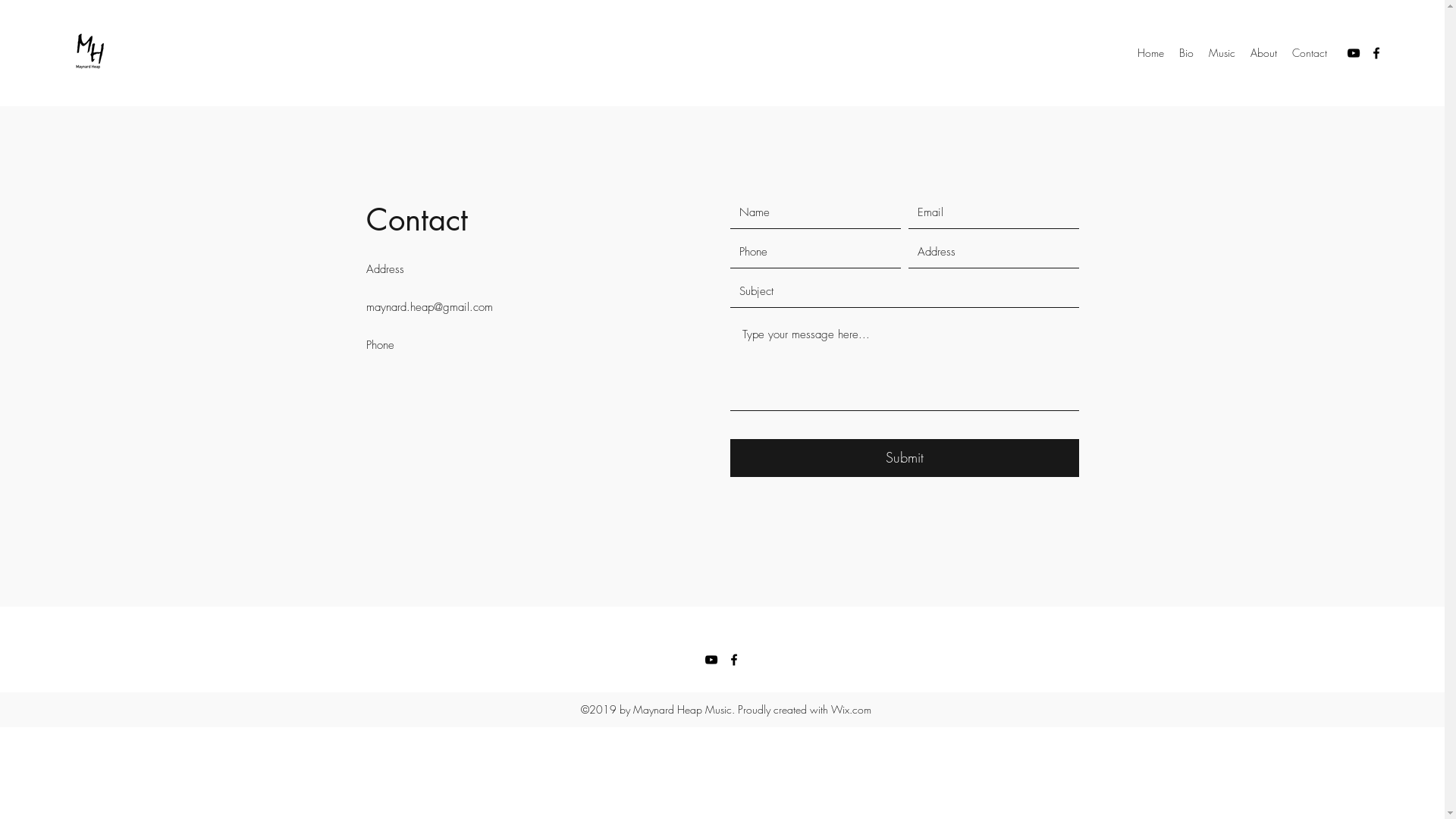 Image resolution: width=1456 pixels, height=819 pixels. What do you see at coordinates (1222, 52) in the screenshot?
I see `'Music'` at bounding box center [1222, 52].